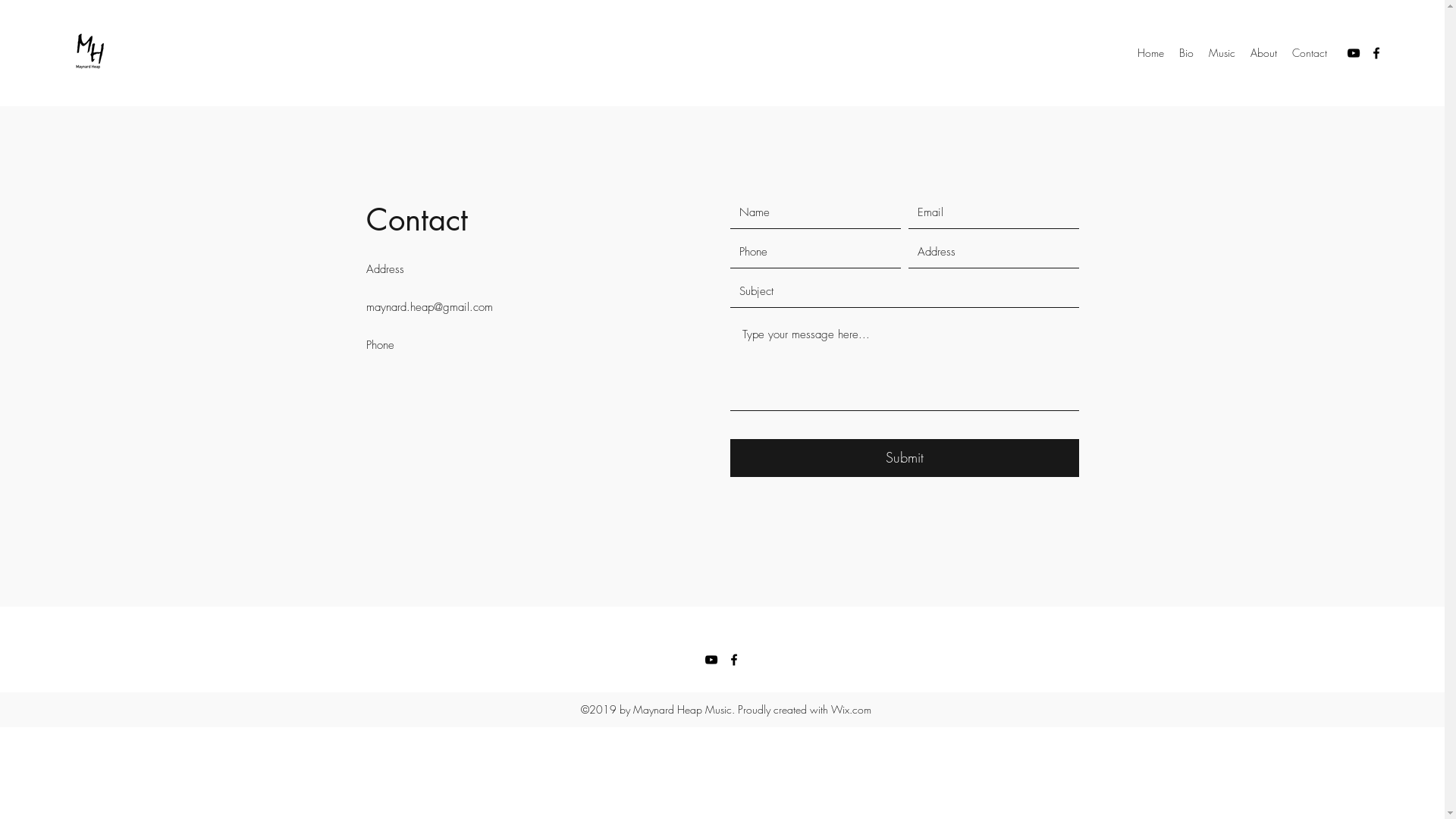 Image resolution: width=1456 pixels, height=819 pixels. What do you see at coordinates (1222, 52) in the screenshot?
I see `'Music'` at bounding box center [1222, 52].